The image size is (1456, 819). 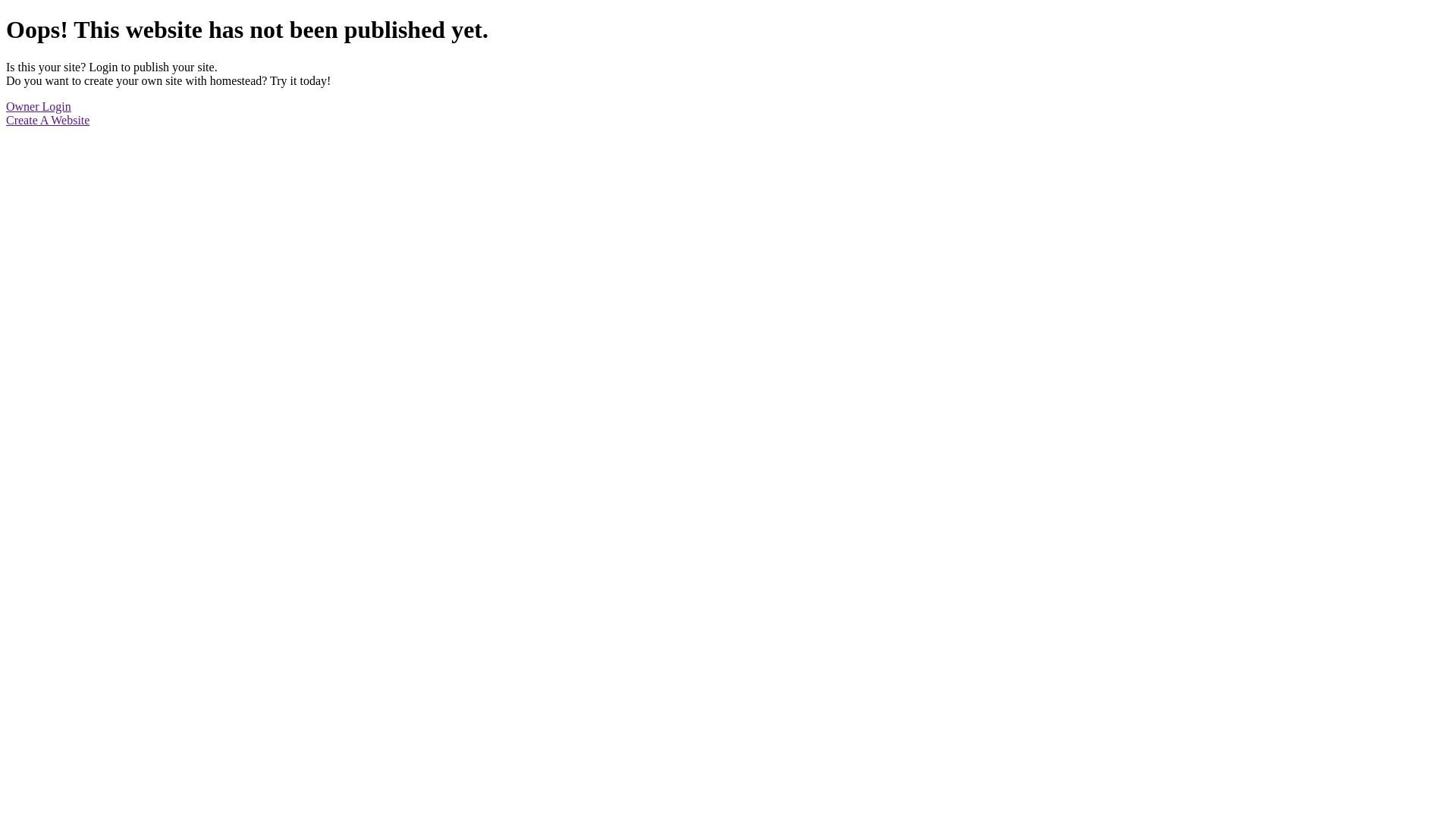 I want to click on 'Owner Login', so click(x=6, y=105).